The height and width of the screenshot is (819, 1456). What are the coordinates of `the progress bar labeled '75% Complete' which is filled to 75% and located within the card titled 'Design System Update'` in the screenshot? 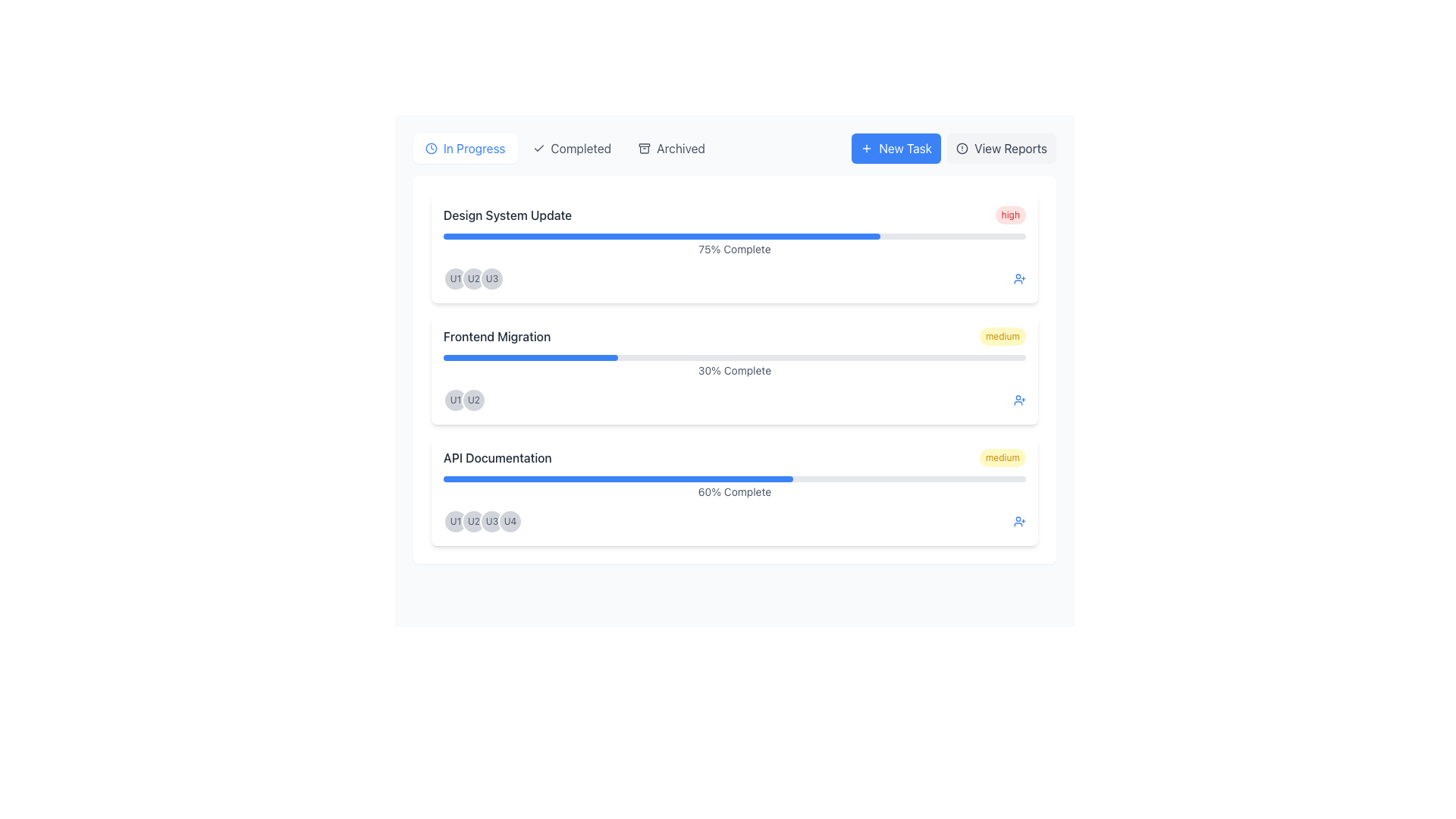 It's located at (735, 245).